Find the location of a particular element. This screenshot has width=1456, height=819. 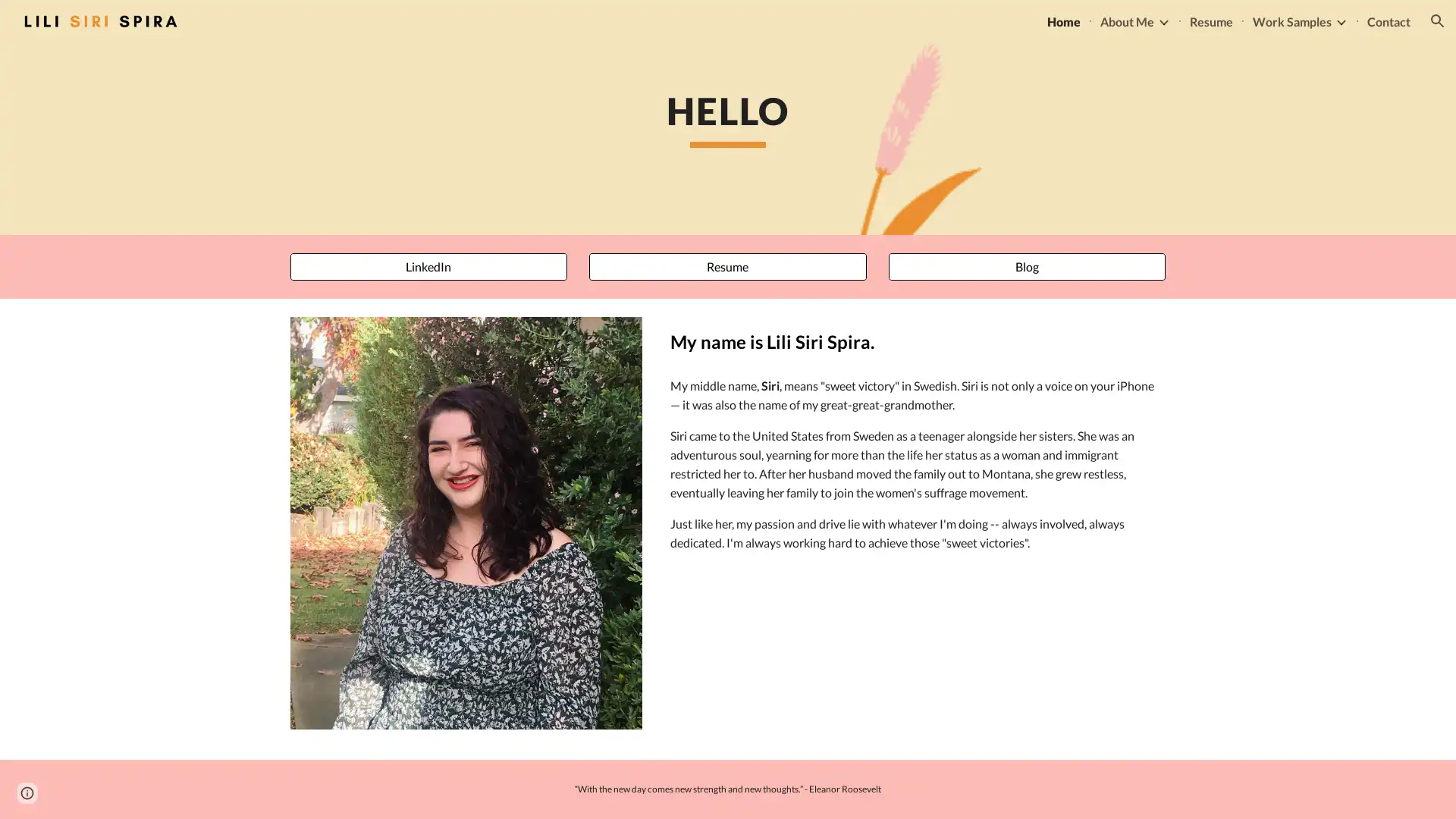

Site actions is located at coordinates (27, 792).